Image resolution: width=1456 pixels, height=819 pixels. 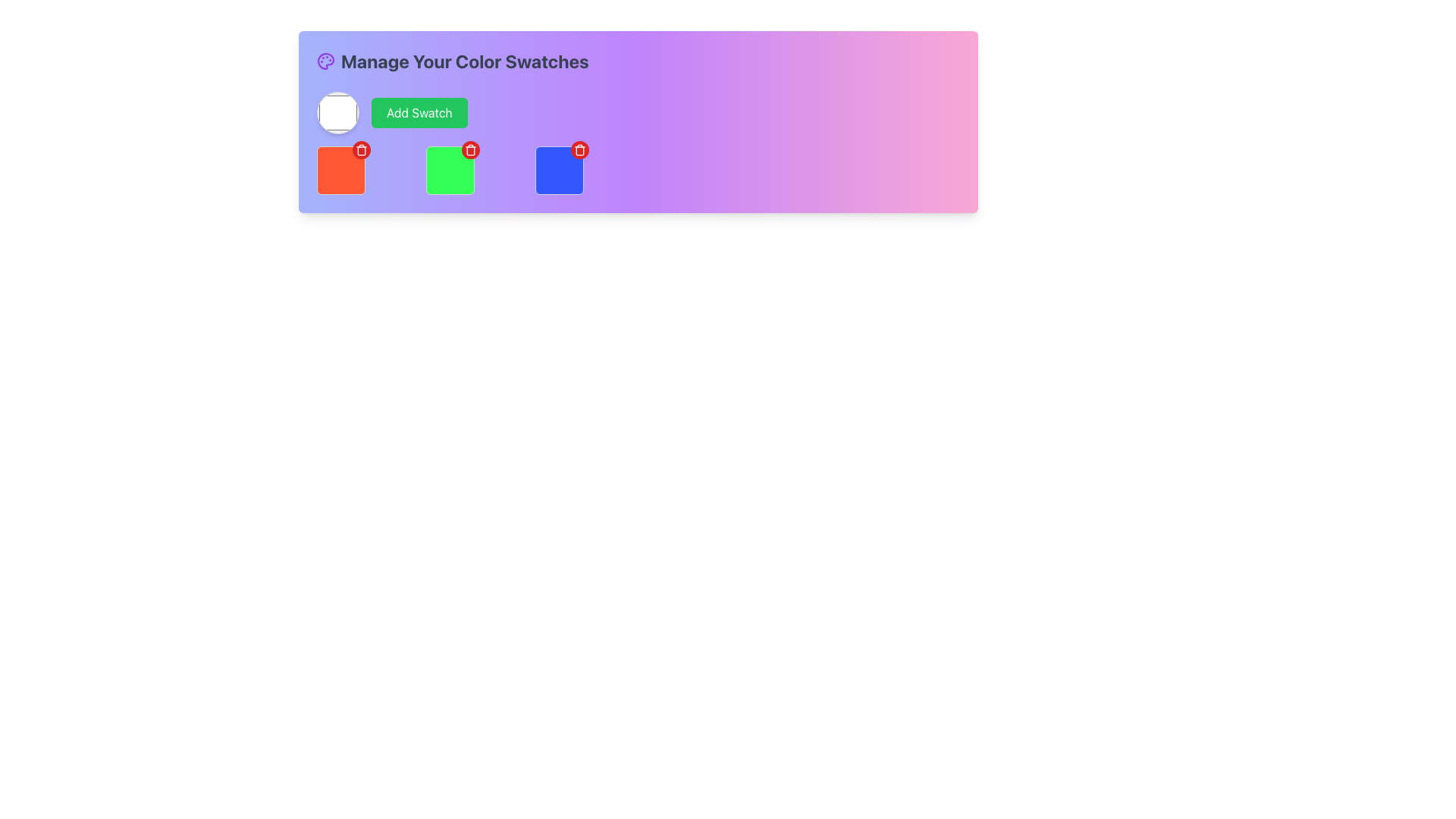 What do you see at coordinates (559, 170) in the screenshot?
I see `the blue square color swatch component, which is the fourth square in a row of six elements` at bounding box center [559, 170].